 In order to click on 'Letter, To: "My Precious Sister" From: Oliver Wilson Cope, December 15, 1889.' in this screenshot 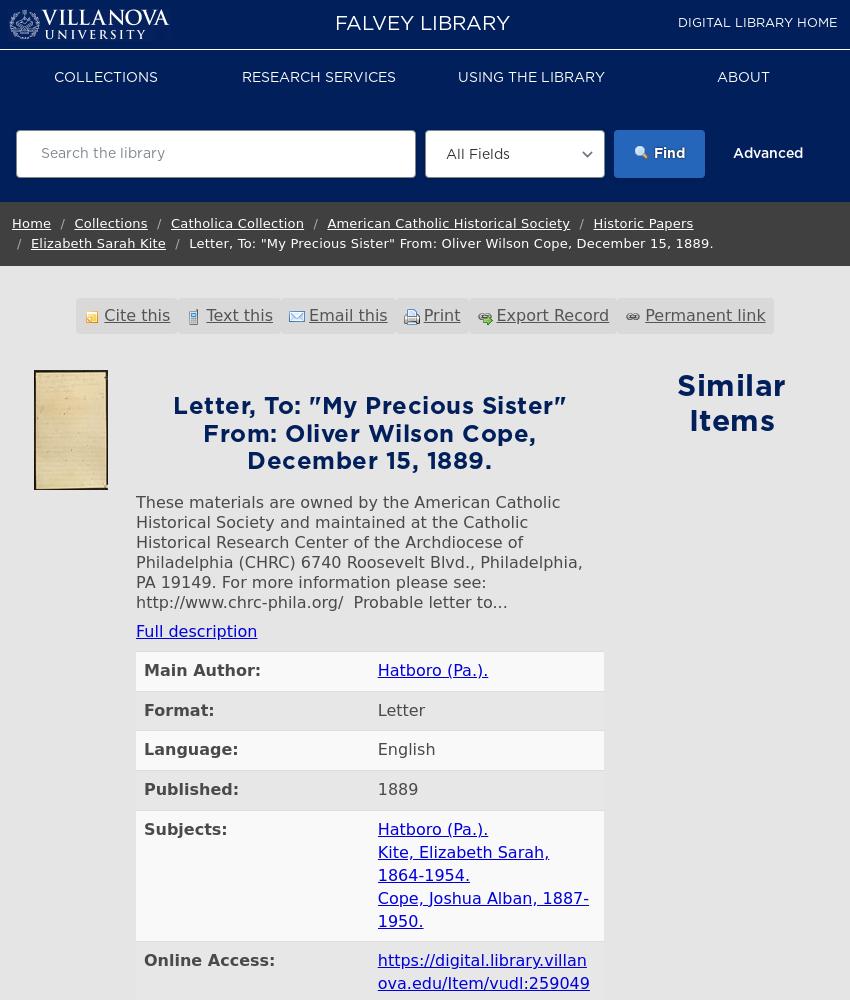, I will do `click(450, 242)`.